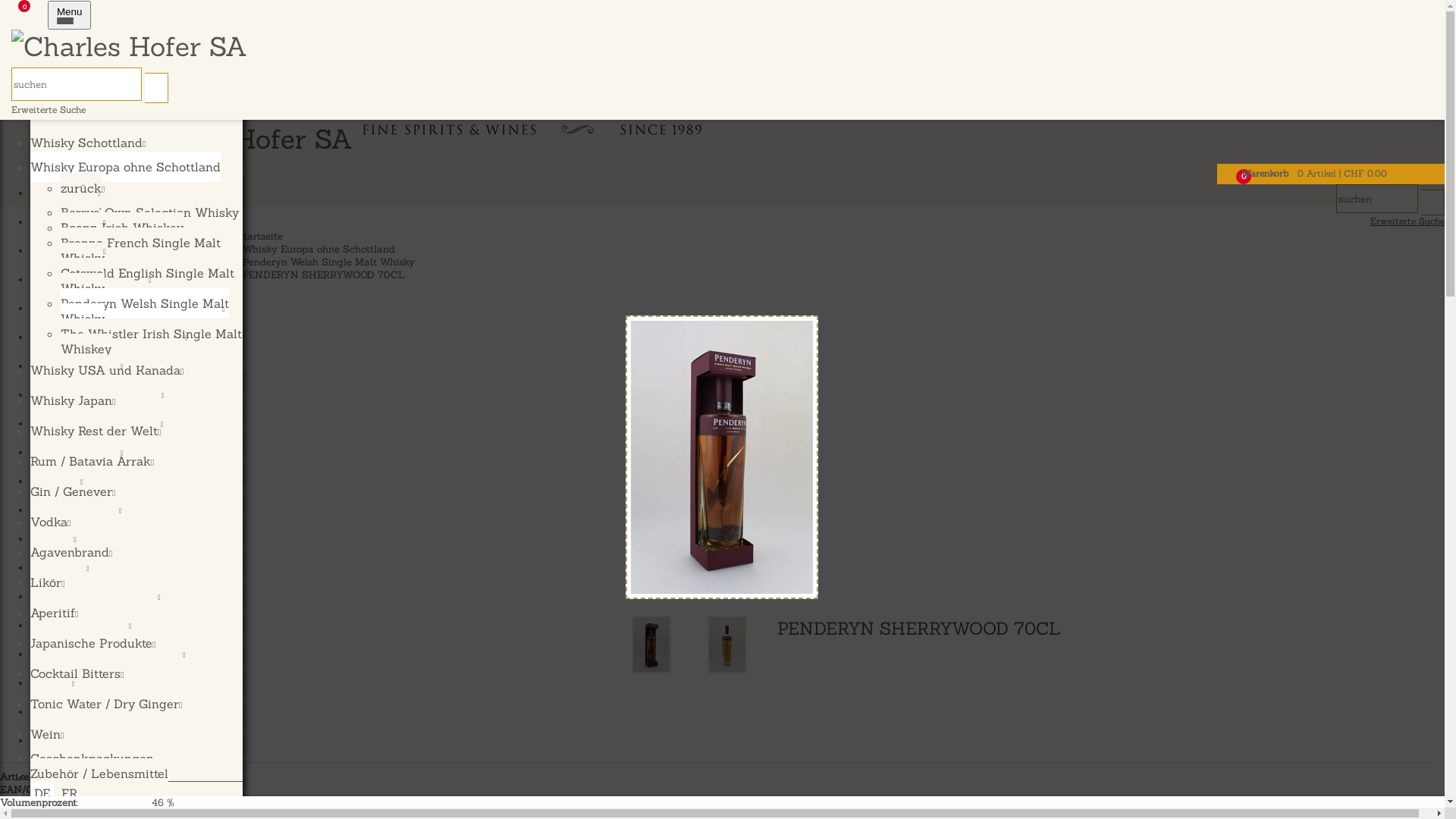 The width and height of the screenshot is (1456, 819). I want to click on 'Vodka', so click(50, 520).